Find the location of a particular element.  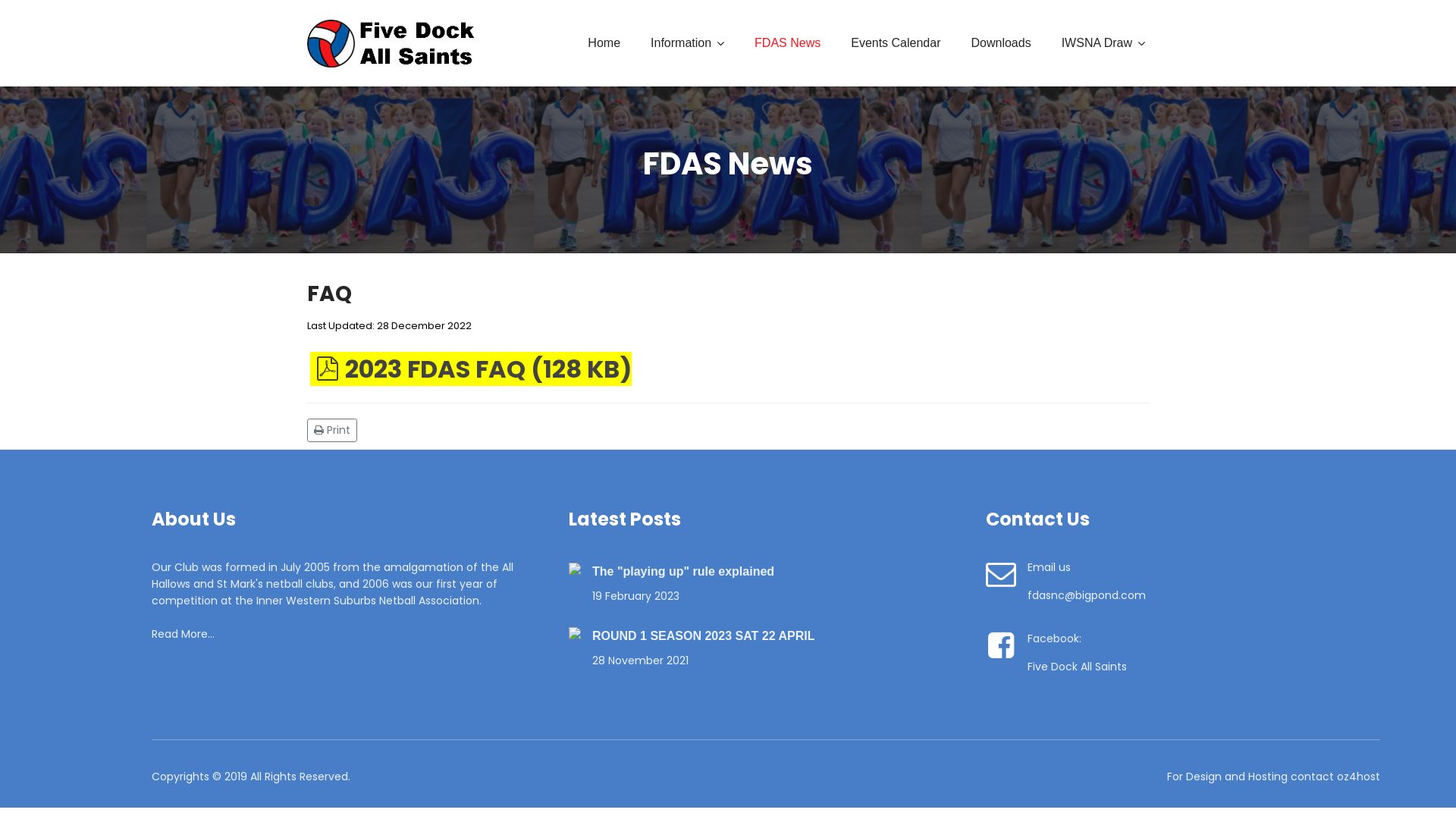

'Information' is located at coordinates (635, 42).